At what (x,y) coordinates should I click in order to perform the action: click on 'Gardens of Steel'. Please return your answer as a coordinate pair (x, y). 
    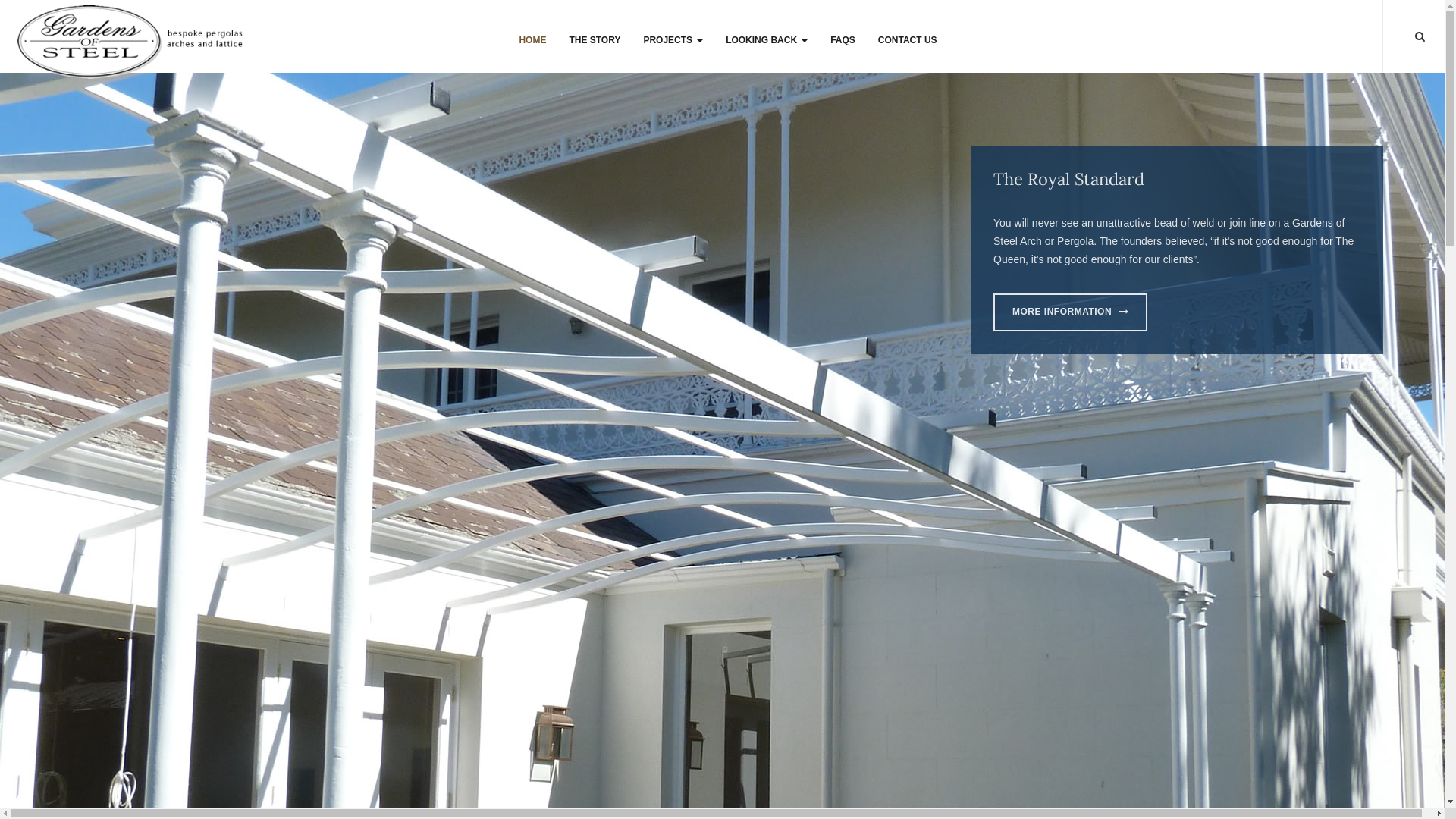
    Looking at the image, I should click on (132, 38).